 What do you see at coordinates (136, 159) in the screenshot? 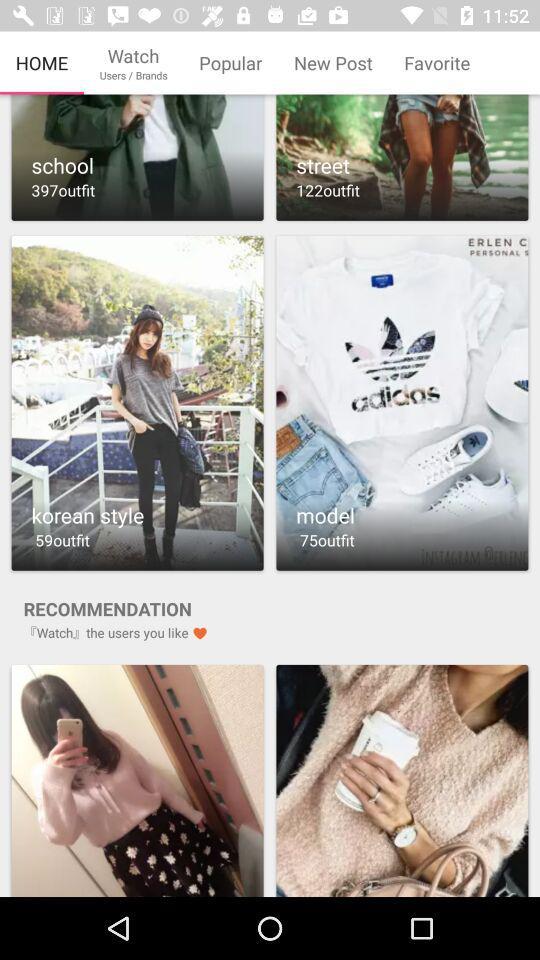
I see `the first image which is below home` at bounding box center [136, 159].